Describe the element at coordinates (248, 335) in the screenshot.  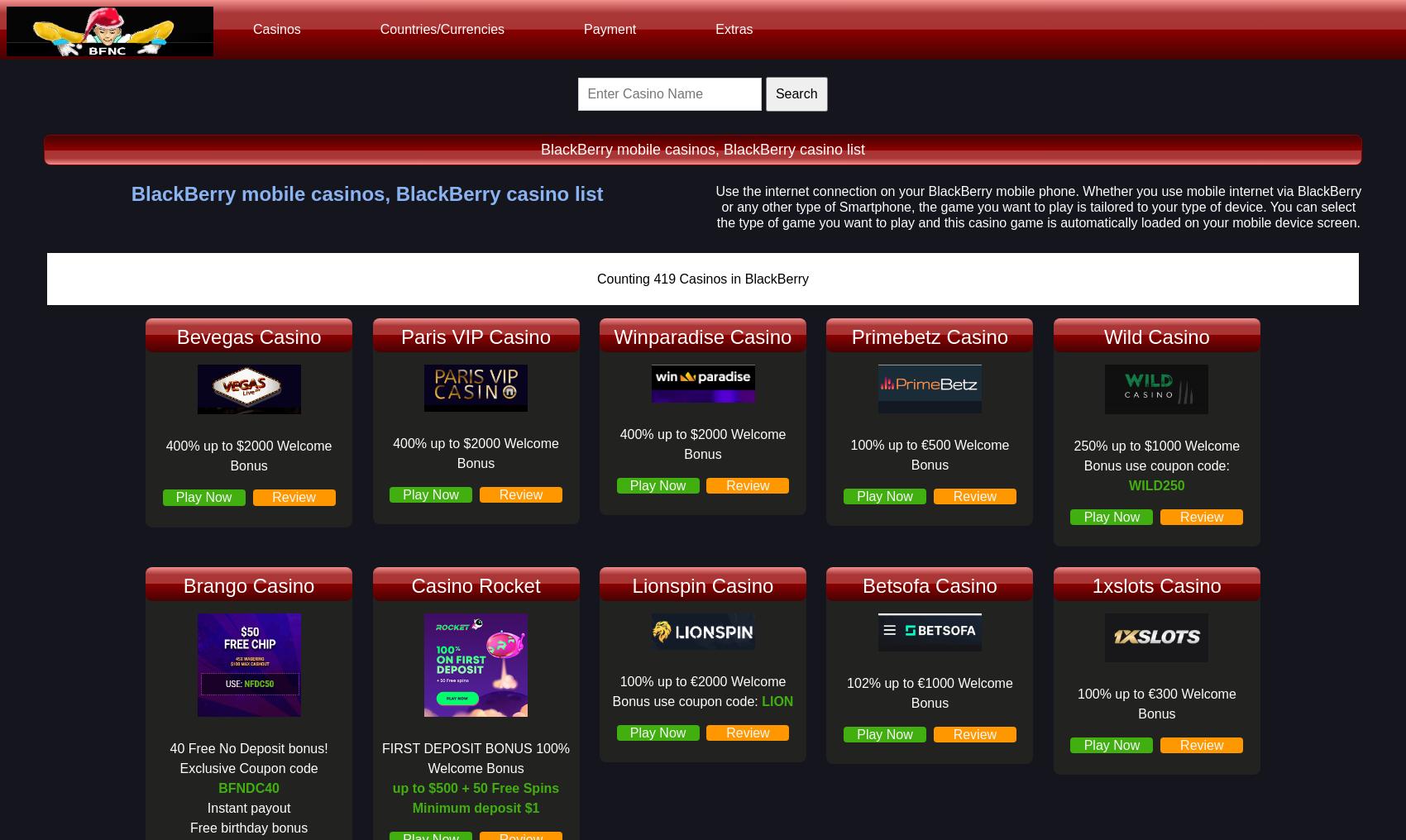
I see `'Bevegas Casino'` at that location.